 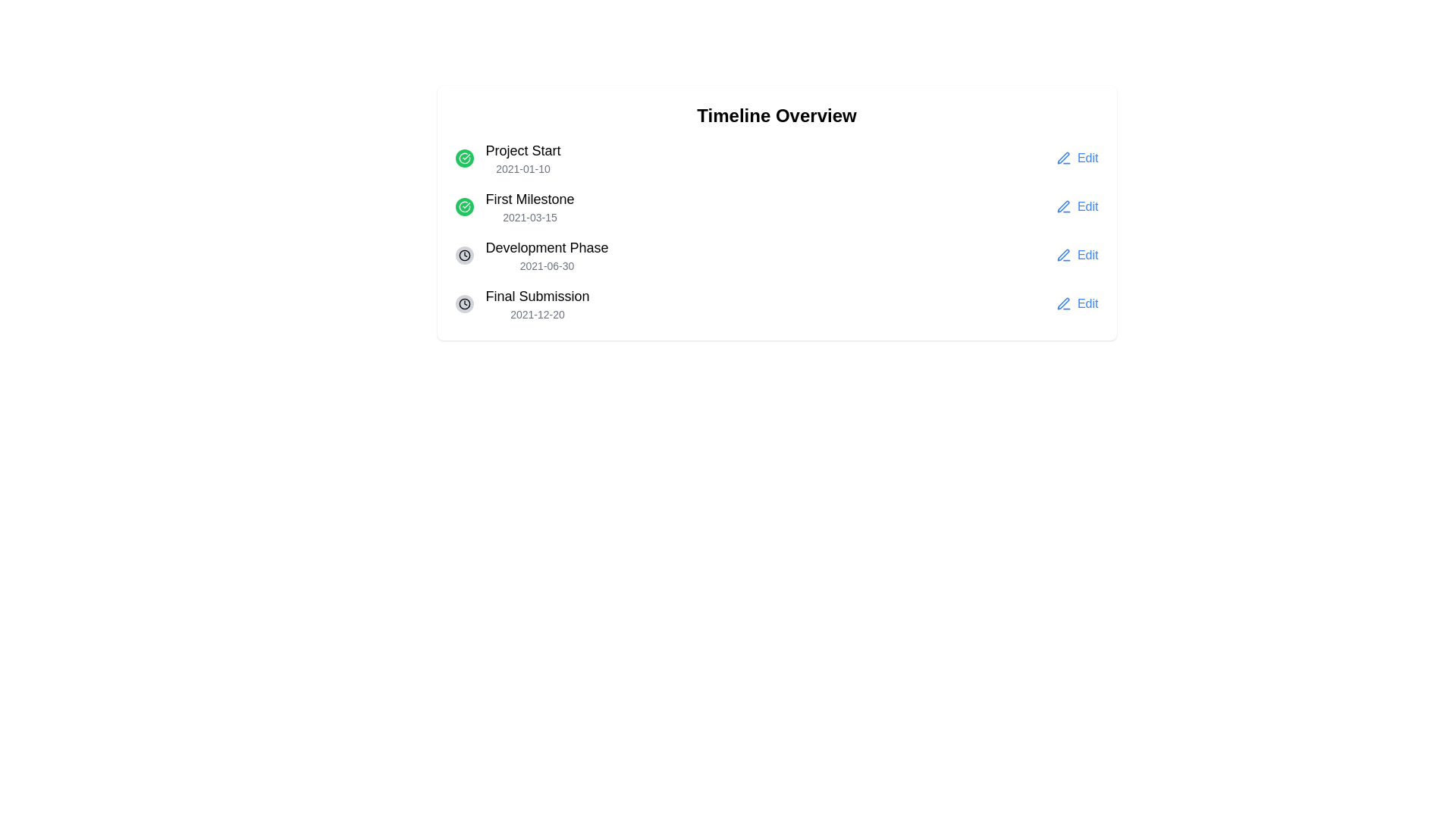 What do you see at coordinates (463, 304) in the screenshot?
I see `the first icon in the group associated with 'Final Submission', which visually represents the status or type of this milestone on the timeline` at bounding box center [463, 304].